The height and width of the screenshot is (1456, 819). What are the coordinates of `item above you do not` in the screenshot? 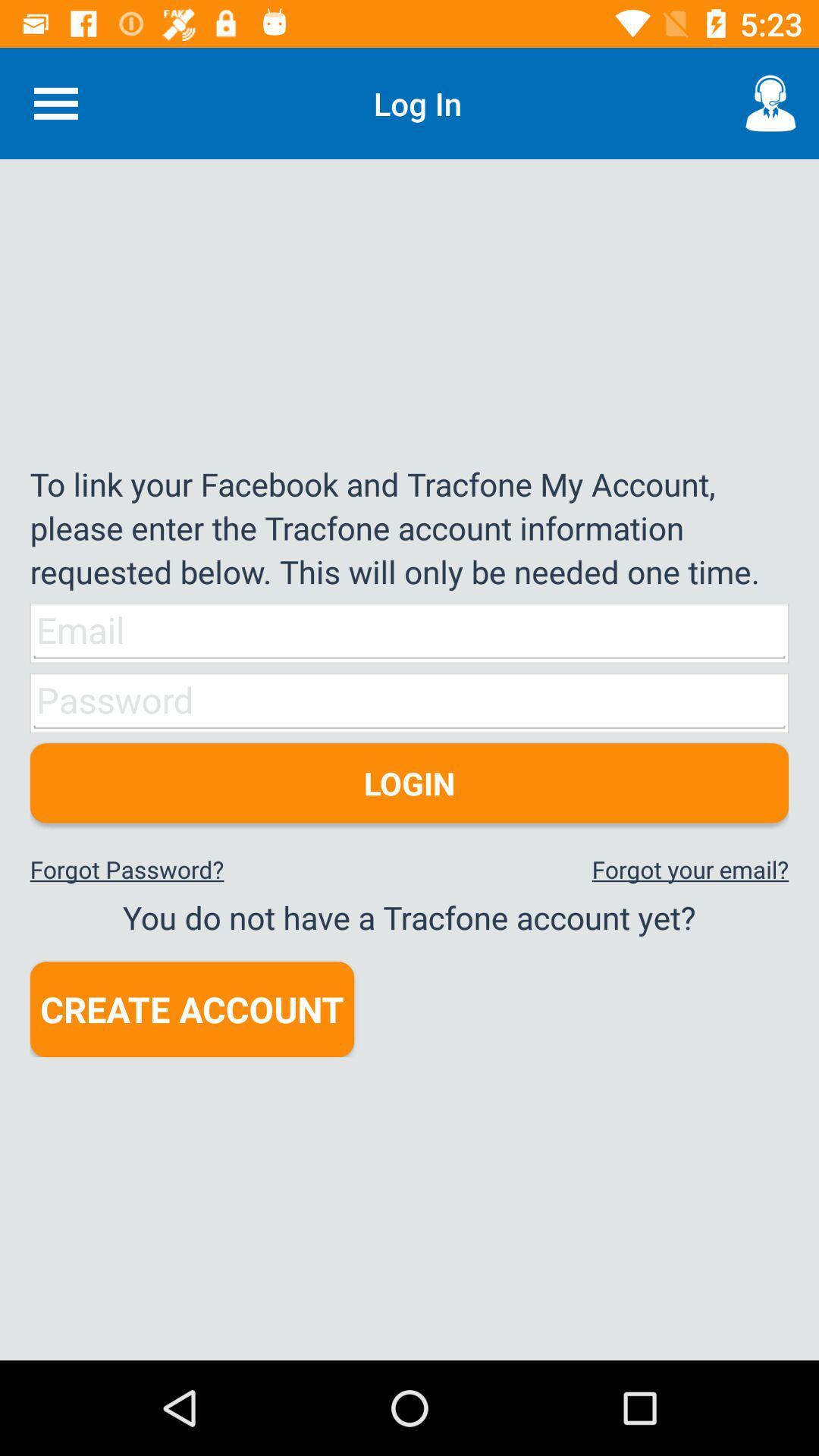 It's located at (690, 869).